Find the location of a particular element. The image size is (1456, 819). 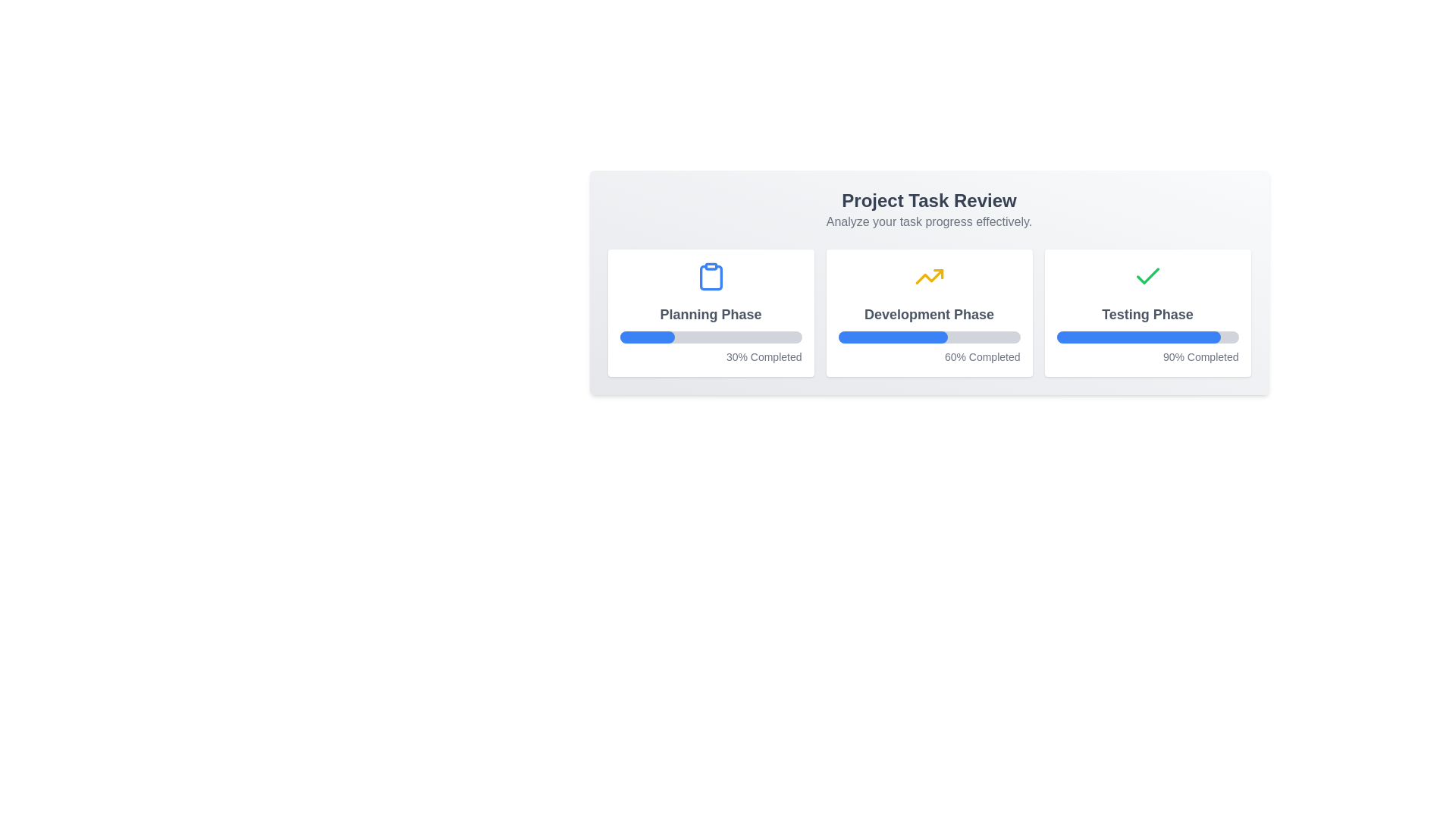

the progress bar representing 90% completion for the 'Testing Phase' task, located below the 'Testing Phase' label and above the '90% Completed' label is located at coordinates (1147, 336).